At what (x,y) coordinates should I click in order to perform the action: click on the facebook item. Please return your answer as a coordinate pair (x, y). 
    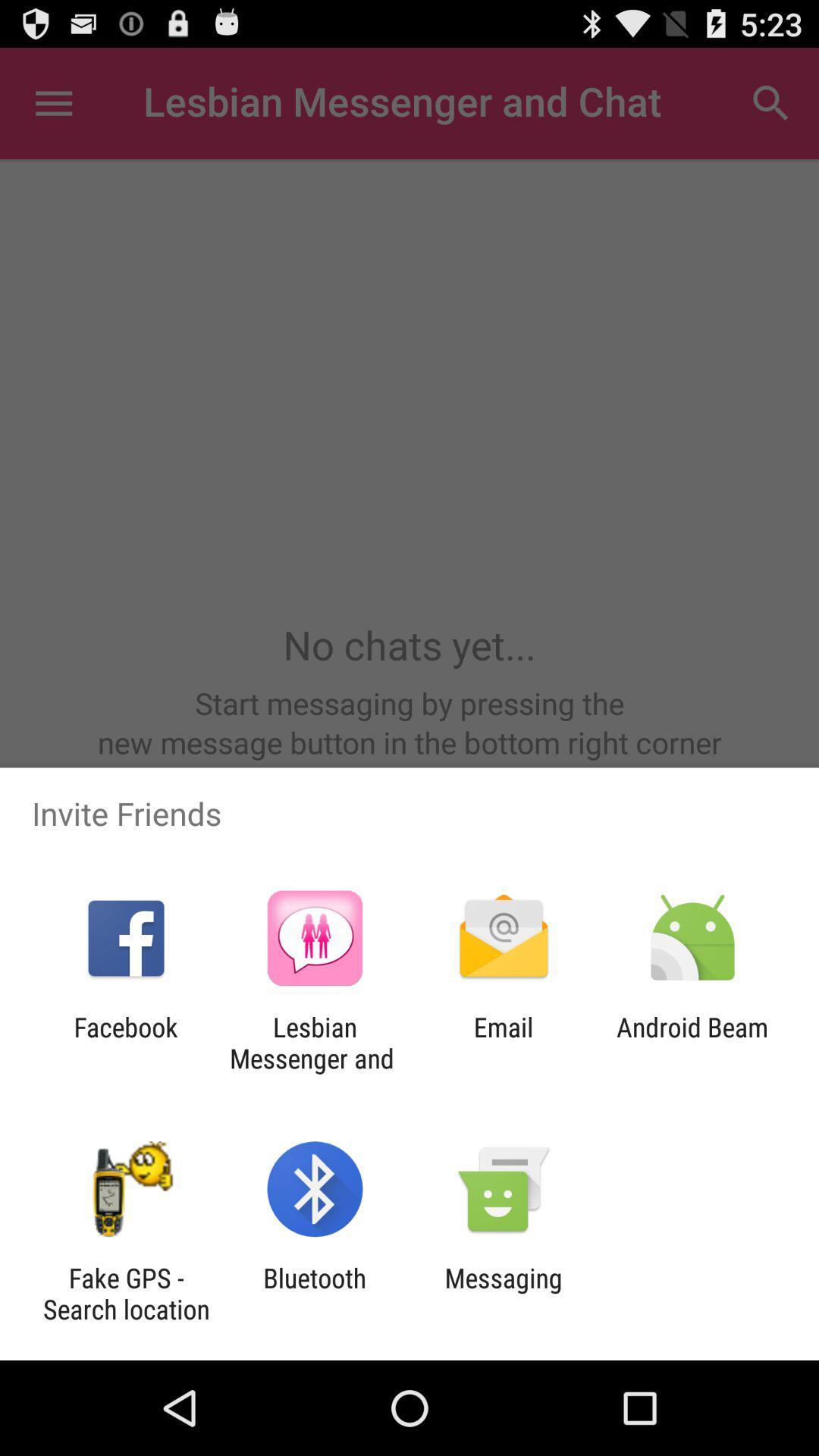
    Looking at the image, I should click on (125, 1042).